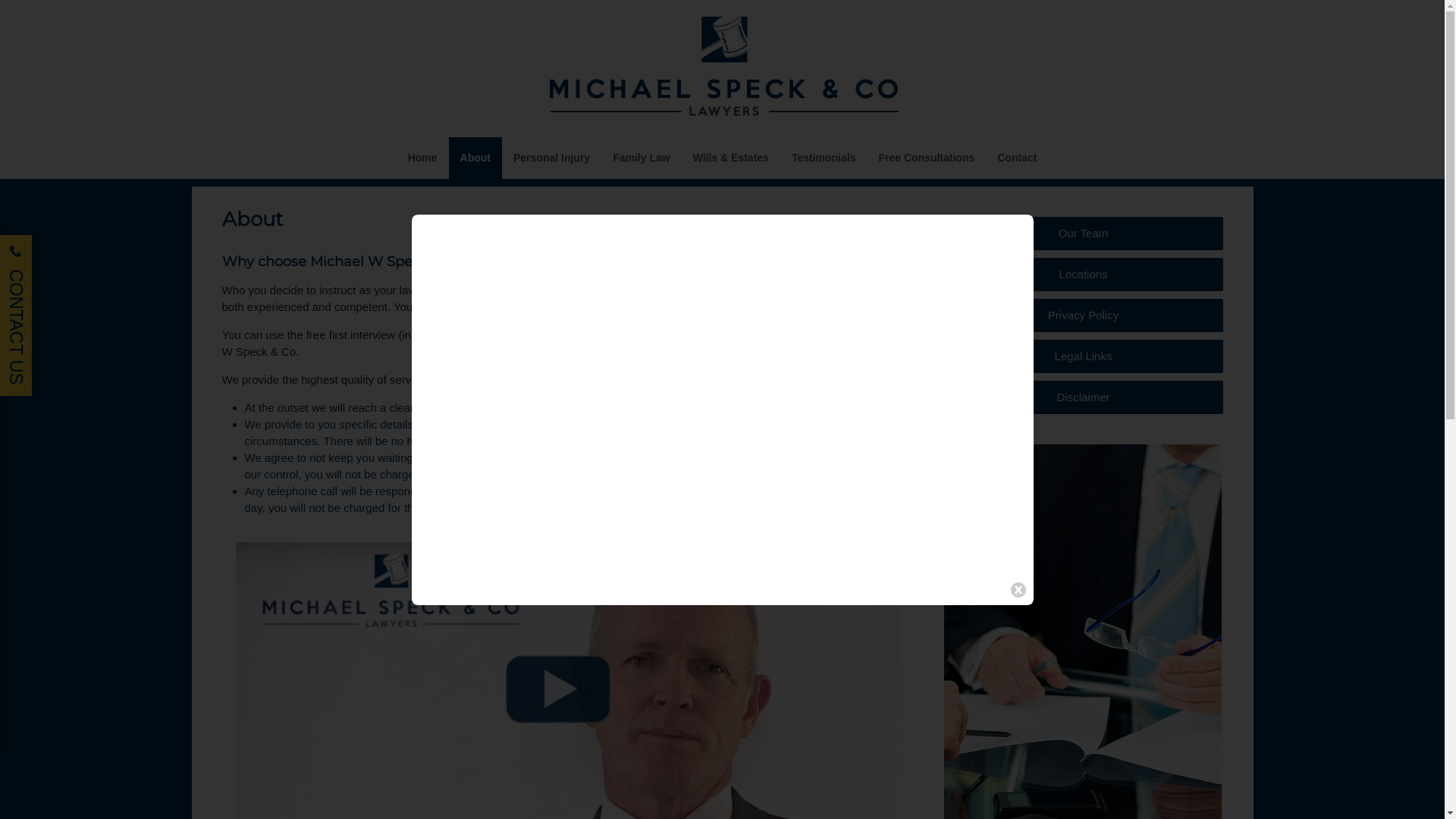 The height and width of the screenshot is (819, 1456). Describe the element at coordinates (731, 158) in the screenshot. I see `'Wills & Estates'` at that location.